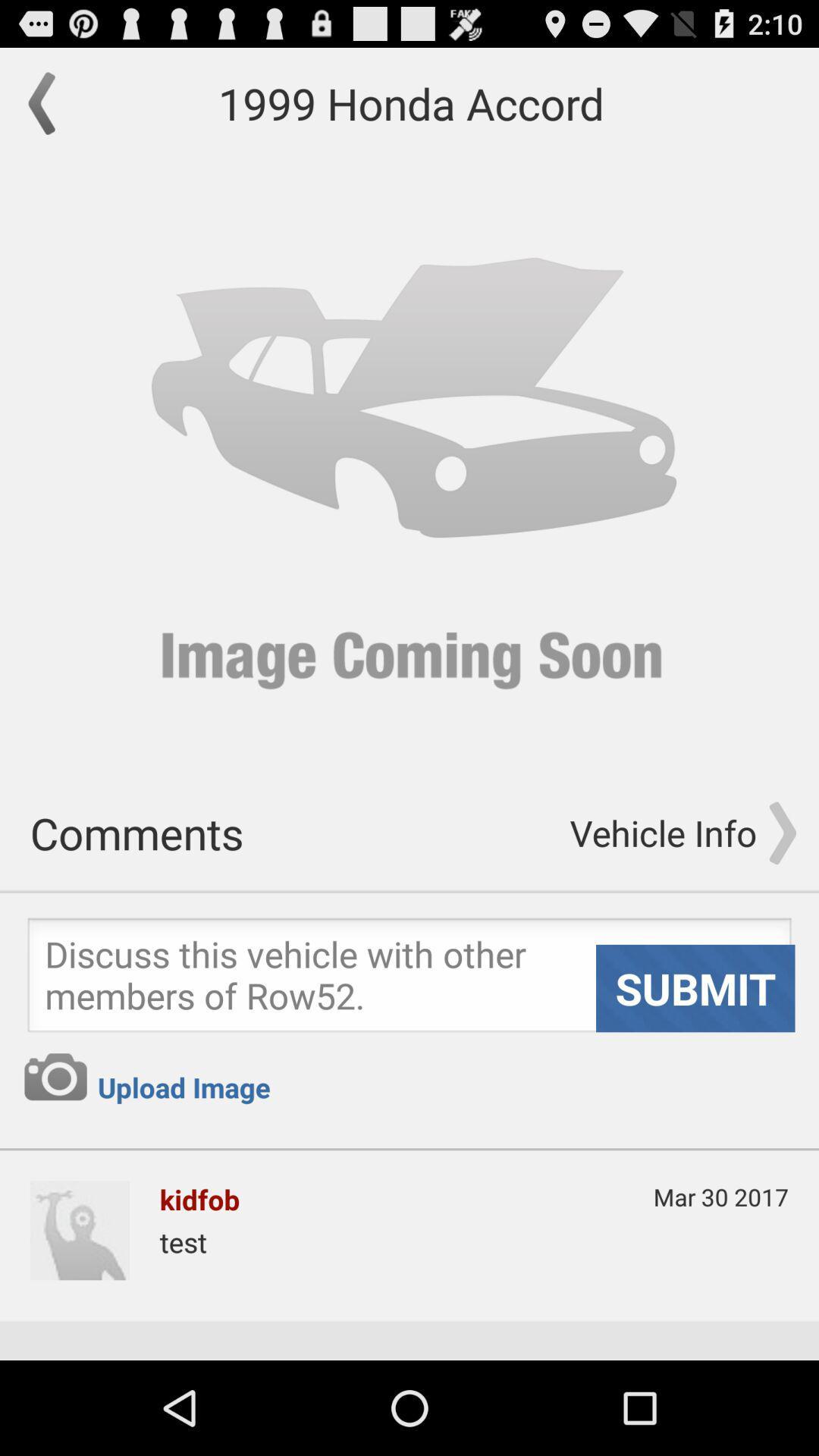 The image size is (819, 1456). I want to click on the arrow_backward icon, so click(49, 110).